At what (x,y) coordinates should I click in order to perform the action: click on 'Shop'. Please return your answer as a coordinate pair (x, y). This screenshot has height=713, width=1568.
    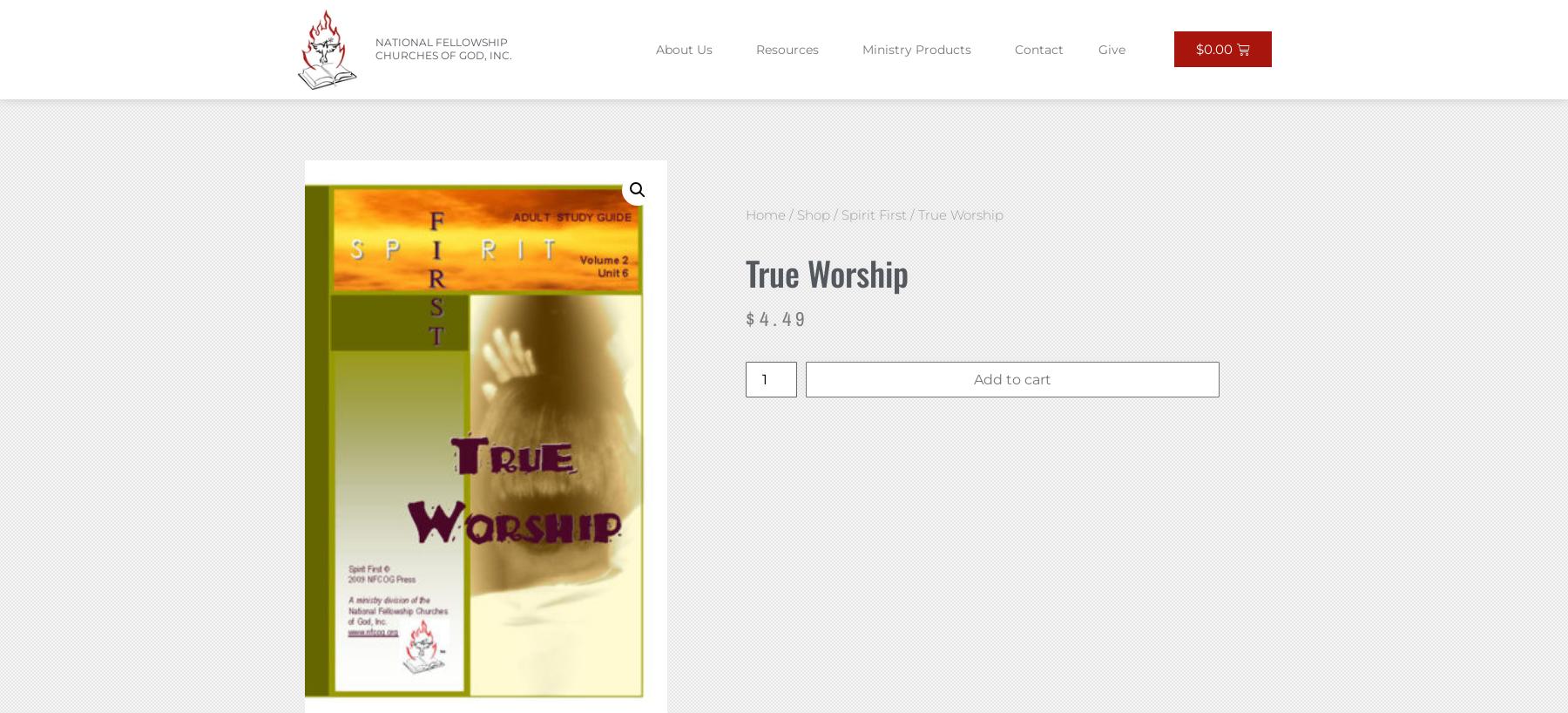
    Looking at the image, I should click on (813, 214).